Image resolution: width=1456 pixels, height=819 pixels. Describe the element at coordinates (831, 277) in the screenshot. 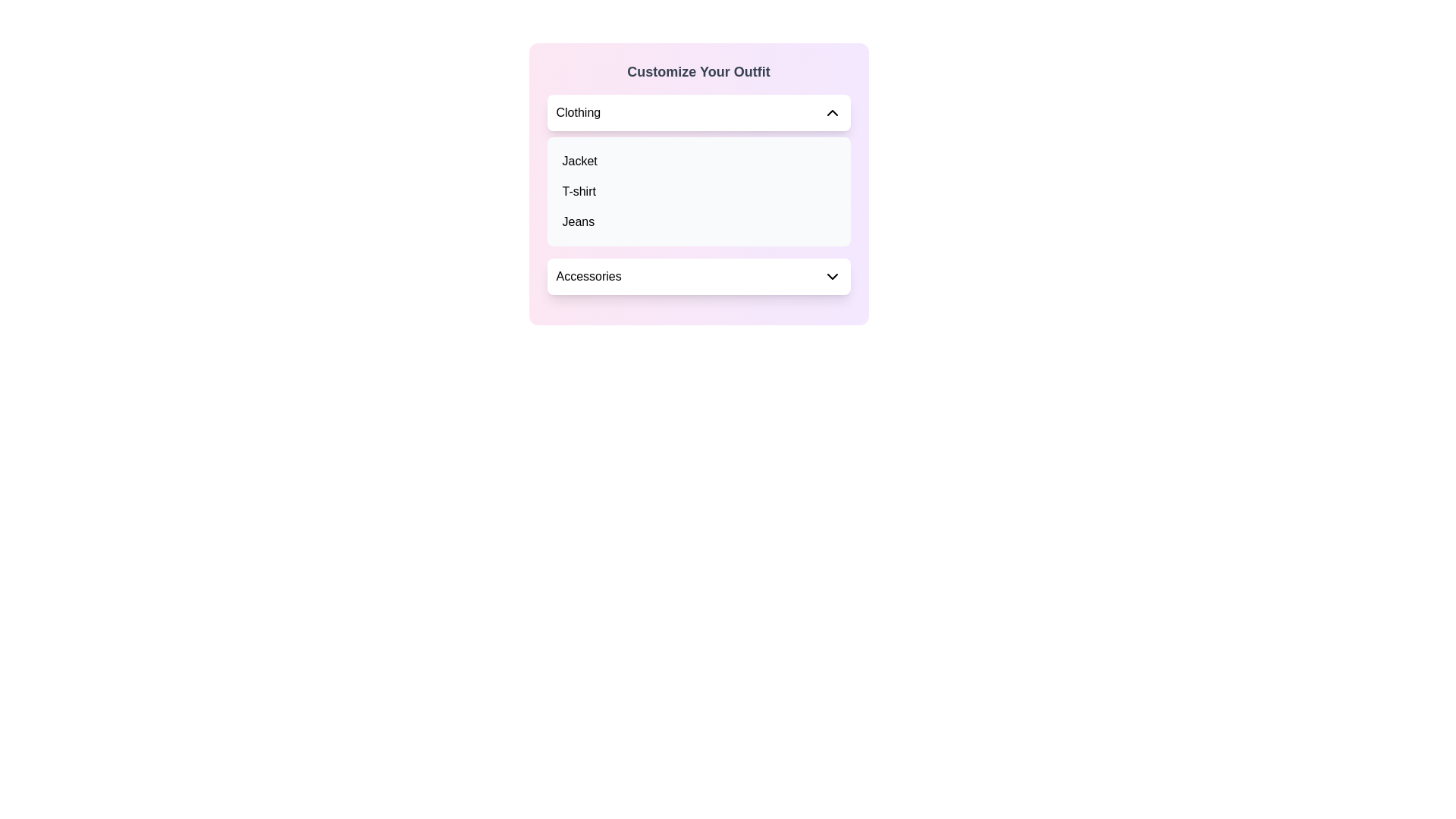

I see `the chevron-down SVG icon indicating dropdown options next to the 'Accessories' label` at that location.